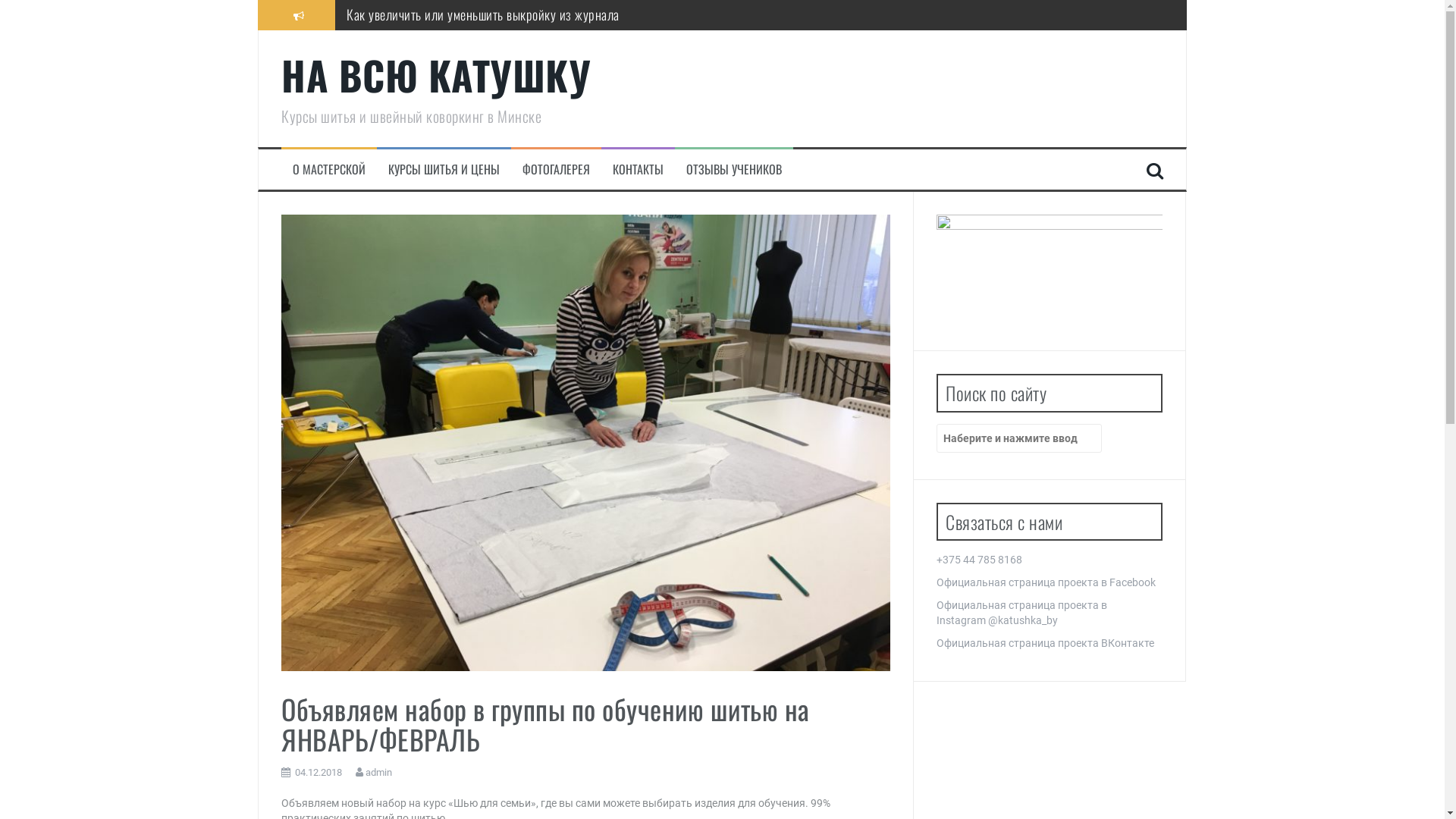  What do you see at coordinates (294, 772) in the screenshot?
I see `'04.12.2018'` at bounding box center [294, 772].